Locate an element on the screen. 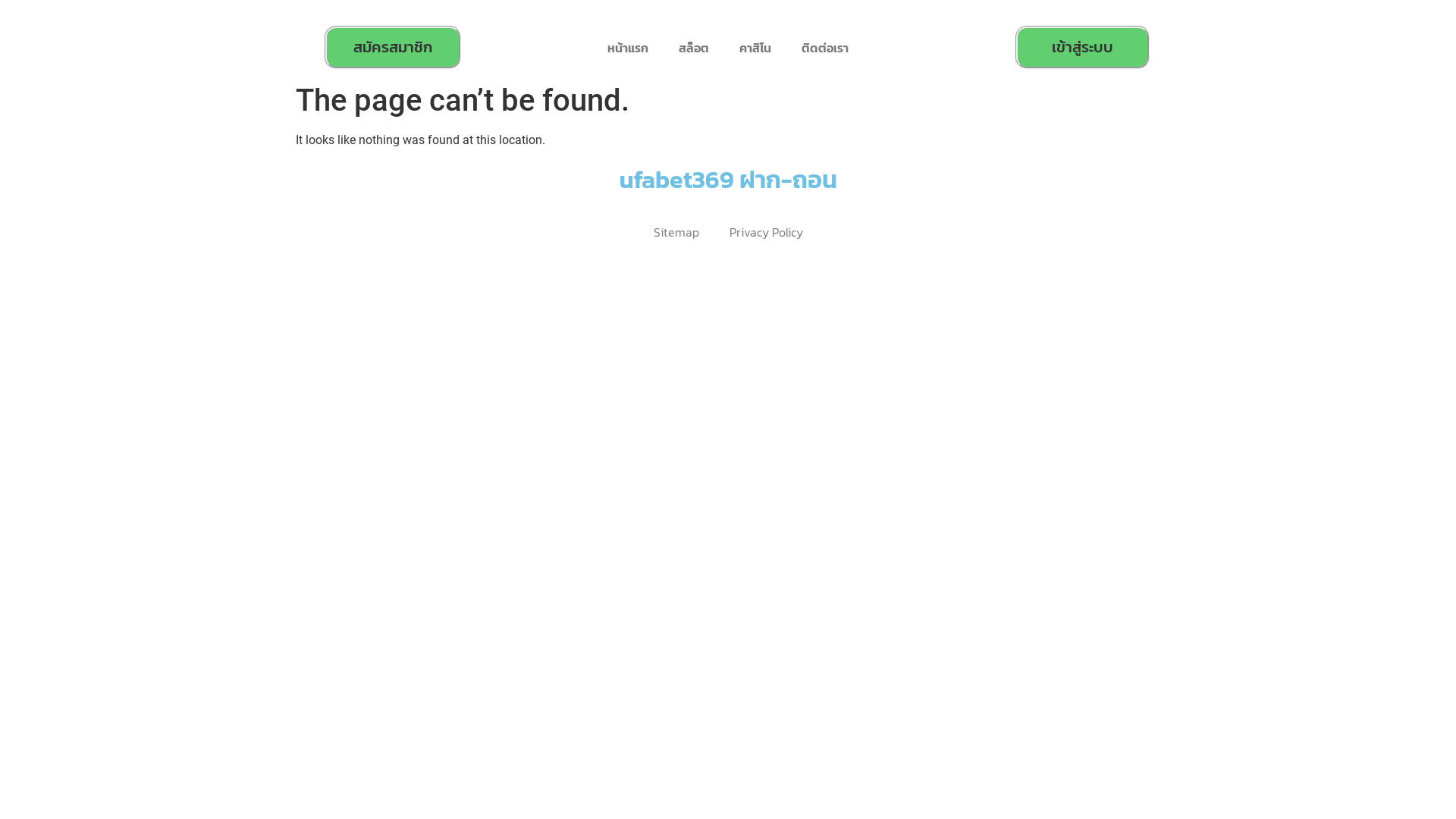  'Privacy Policy' is located at coordinates (766, 232).